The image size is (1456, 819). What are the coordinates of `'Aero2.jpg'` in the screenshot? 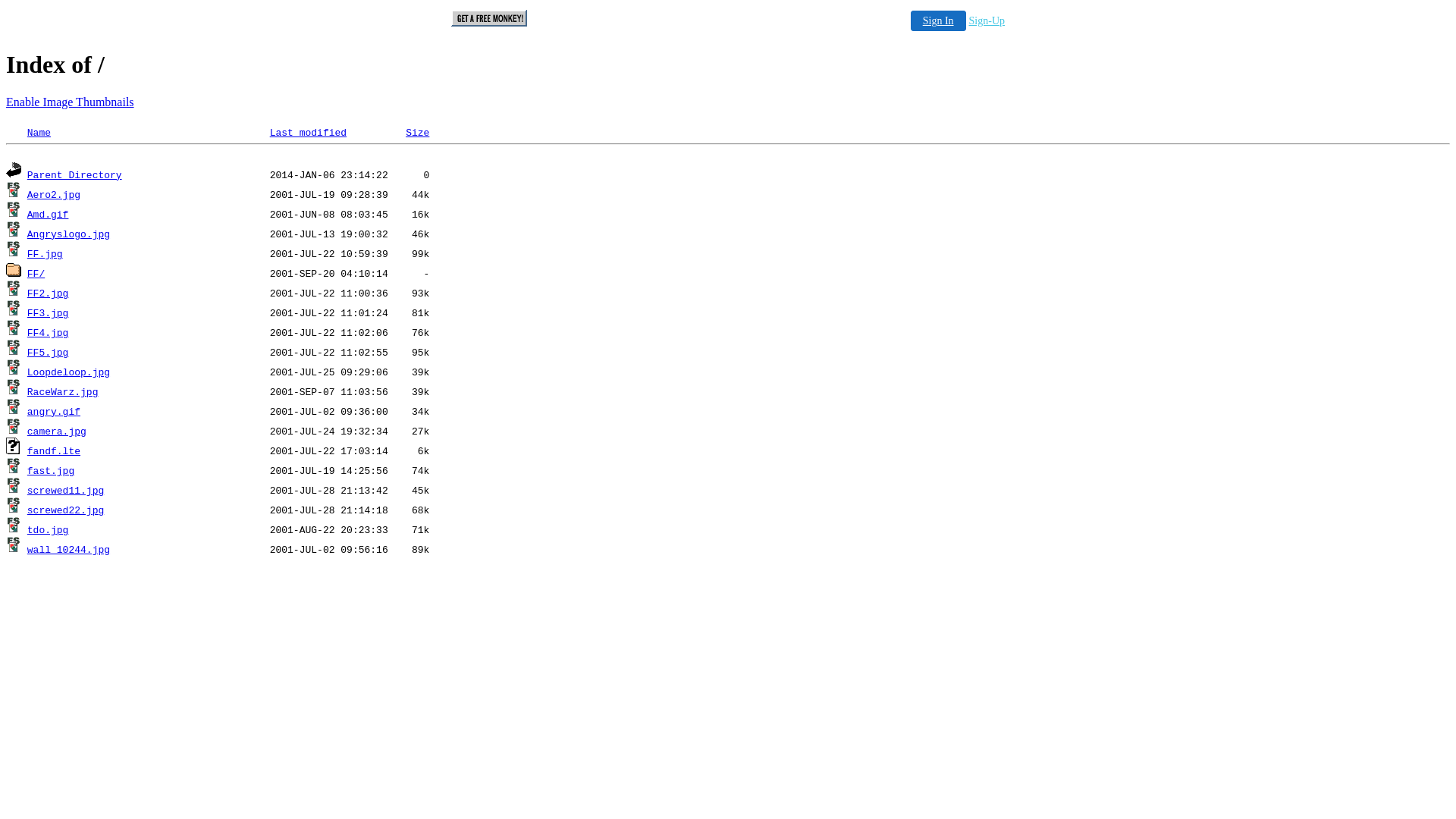 It's located at (54, 194).